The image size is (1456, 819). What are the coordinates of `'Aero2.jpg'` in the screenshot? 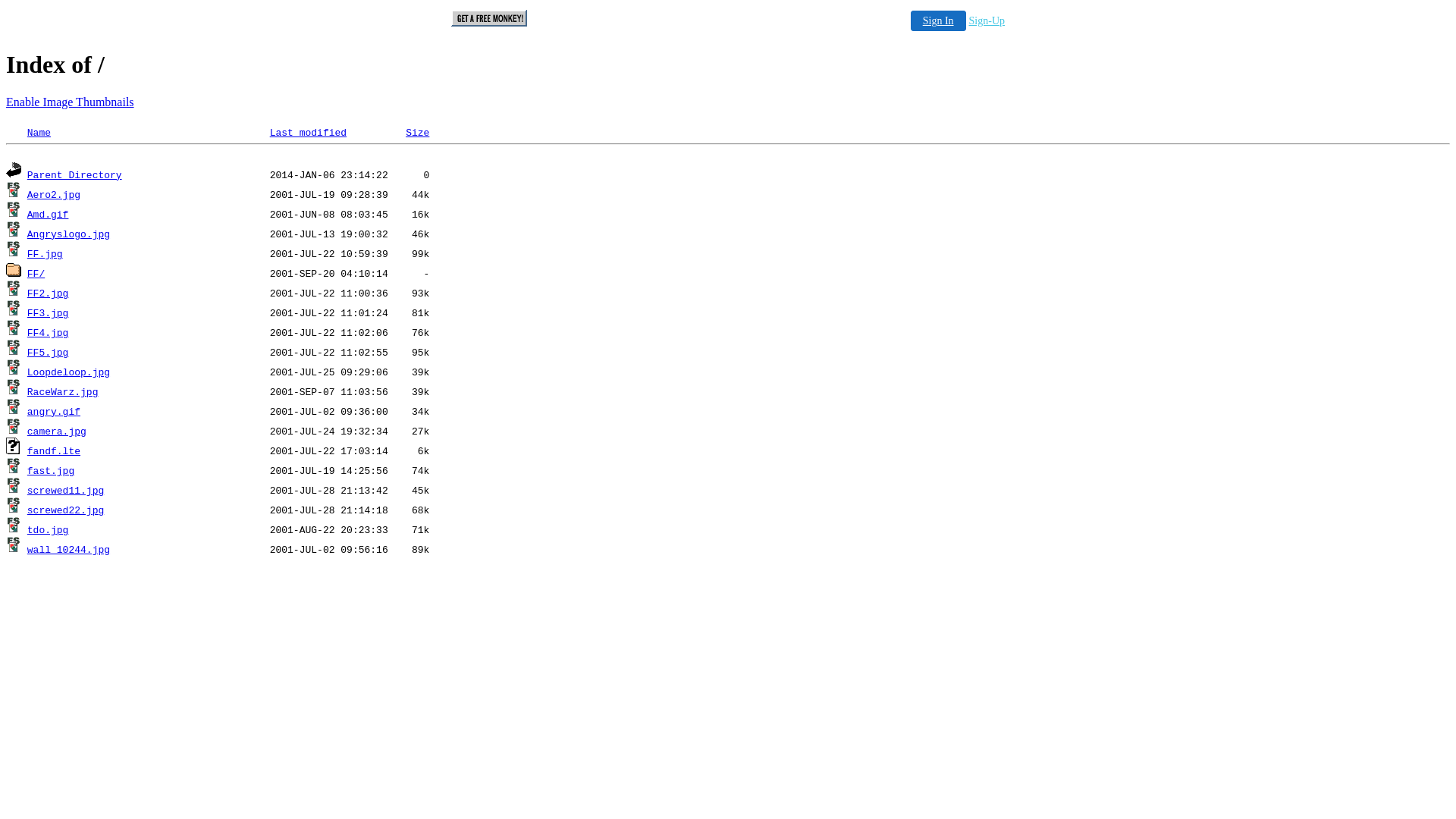 It's located at (54, 194).